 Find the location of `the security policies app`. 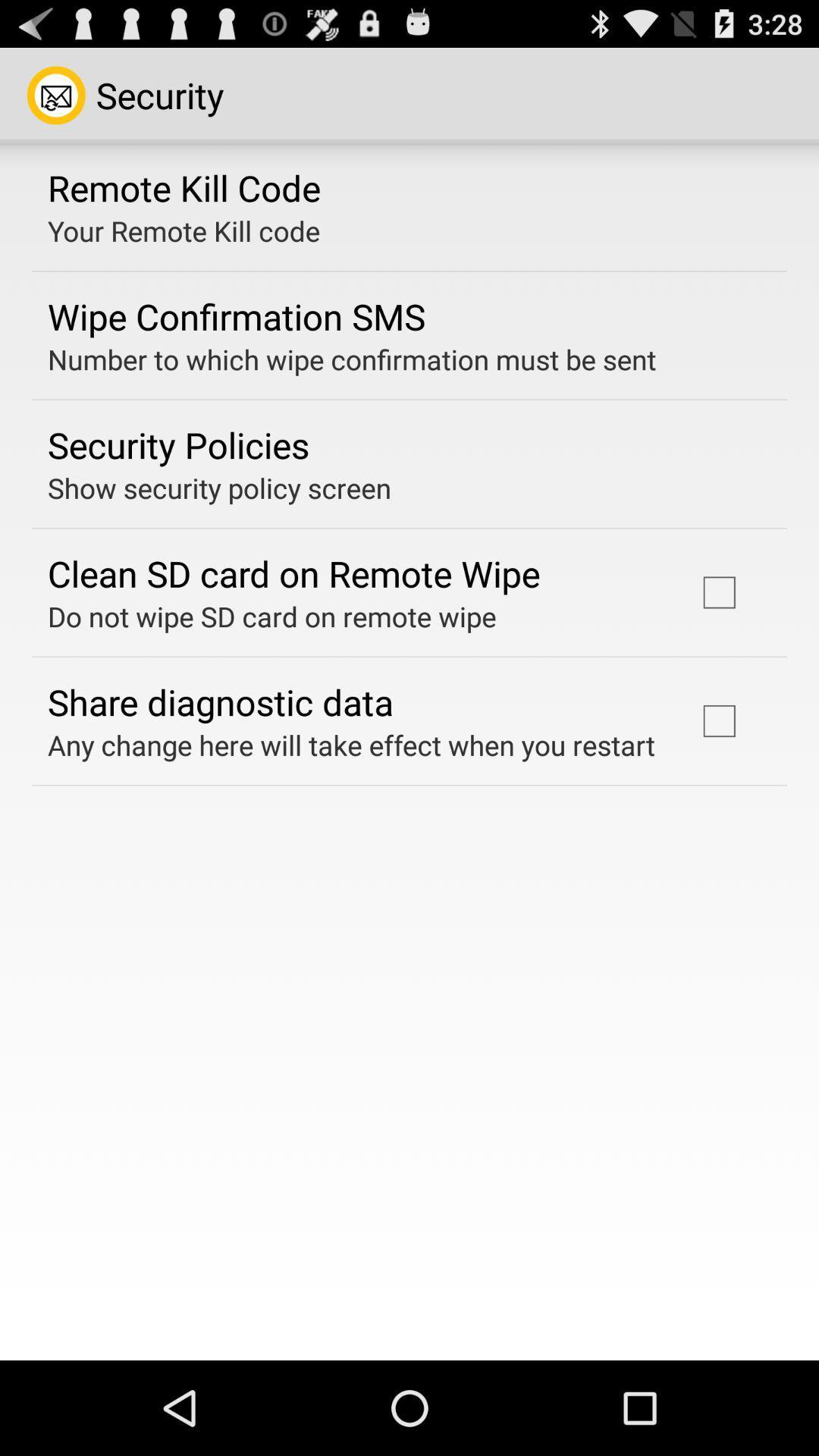

the security policies app is located at coordinates (177, 444).